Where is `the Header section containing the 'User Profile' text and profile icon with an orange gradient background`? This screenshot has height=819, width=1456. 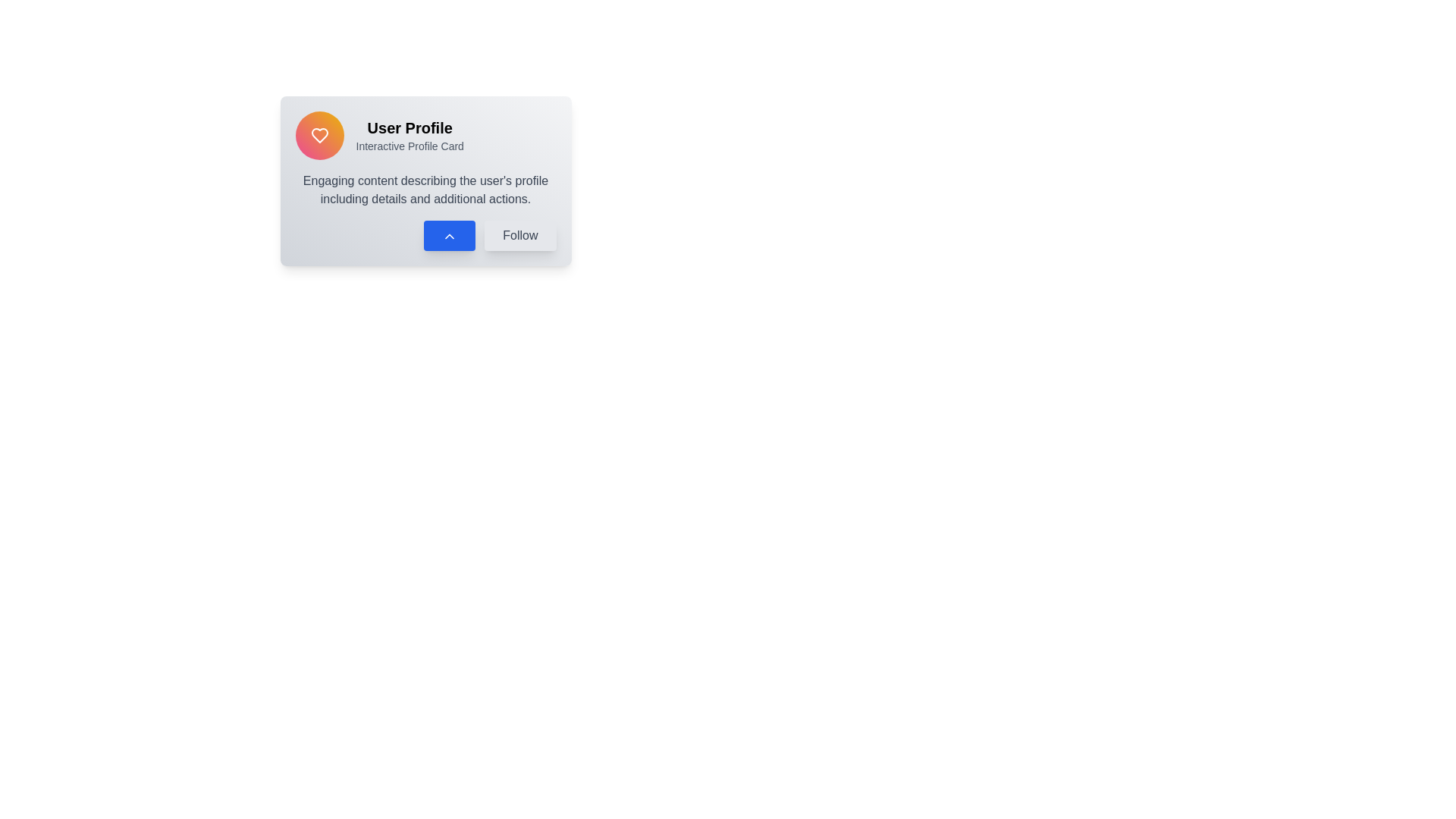 the Header section containing the 'User Profile' text and profile icon with an orange gradient background is located at coordinates (425, 134).